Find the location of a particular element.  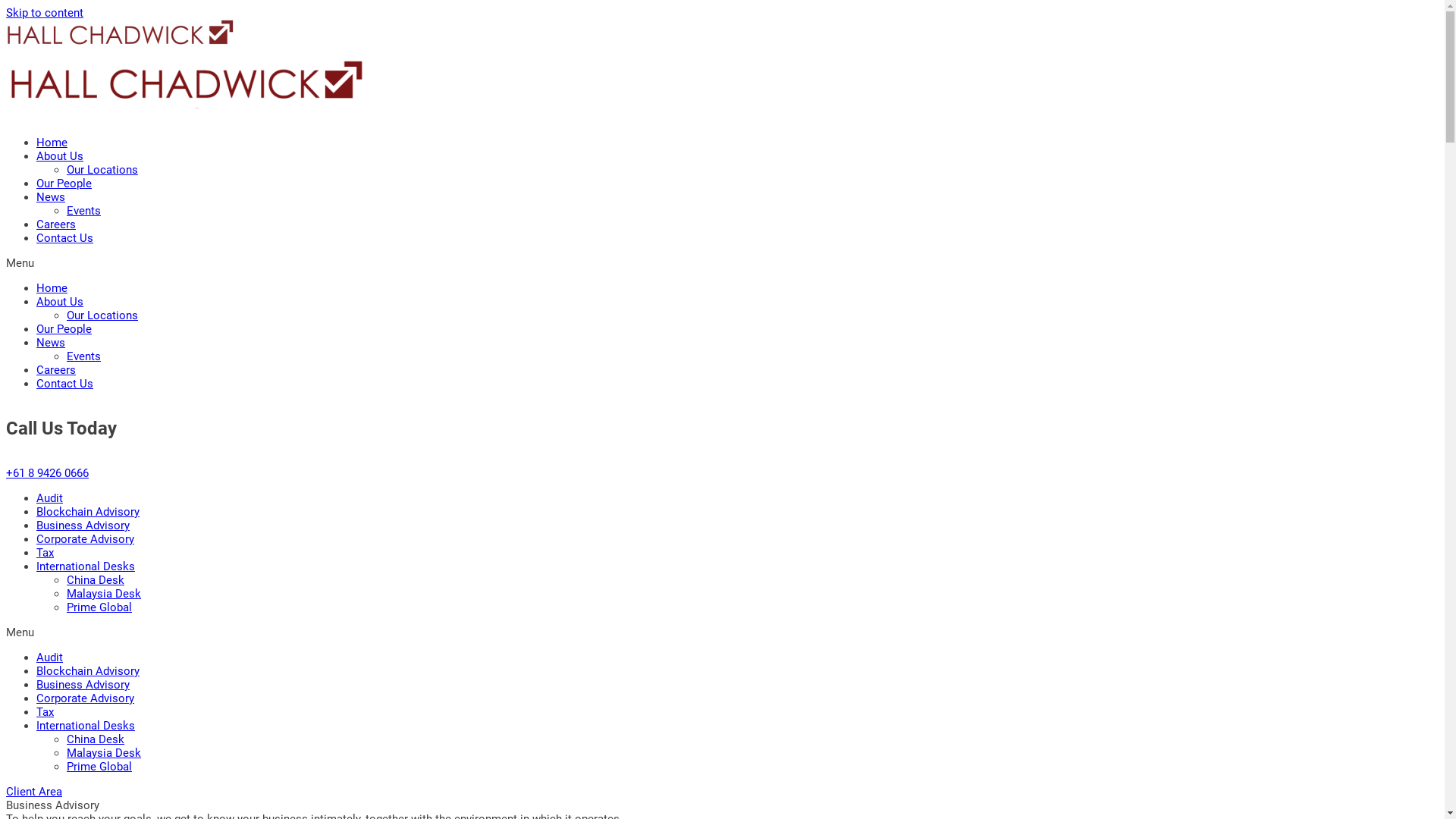

'Our Locations' is located at coordinates (101, 169).